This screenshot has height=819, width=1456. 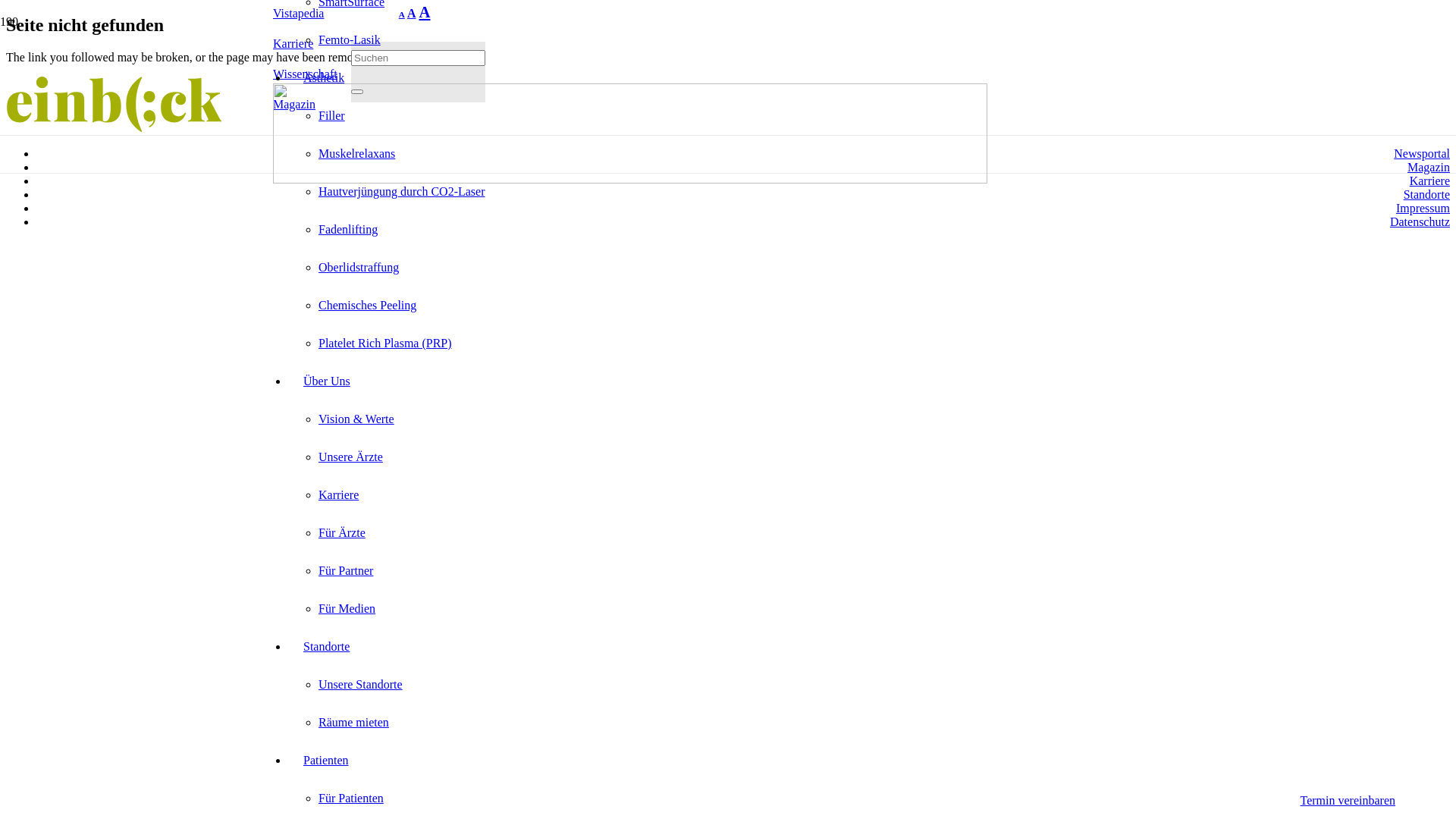 What do you see at coordinates (1394, 153) in the screenshot?
I see `'Newsportal'` at bounding box center [1394, 153].